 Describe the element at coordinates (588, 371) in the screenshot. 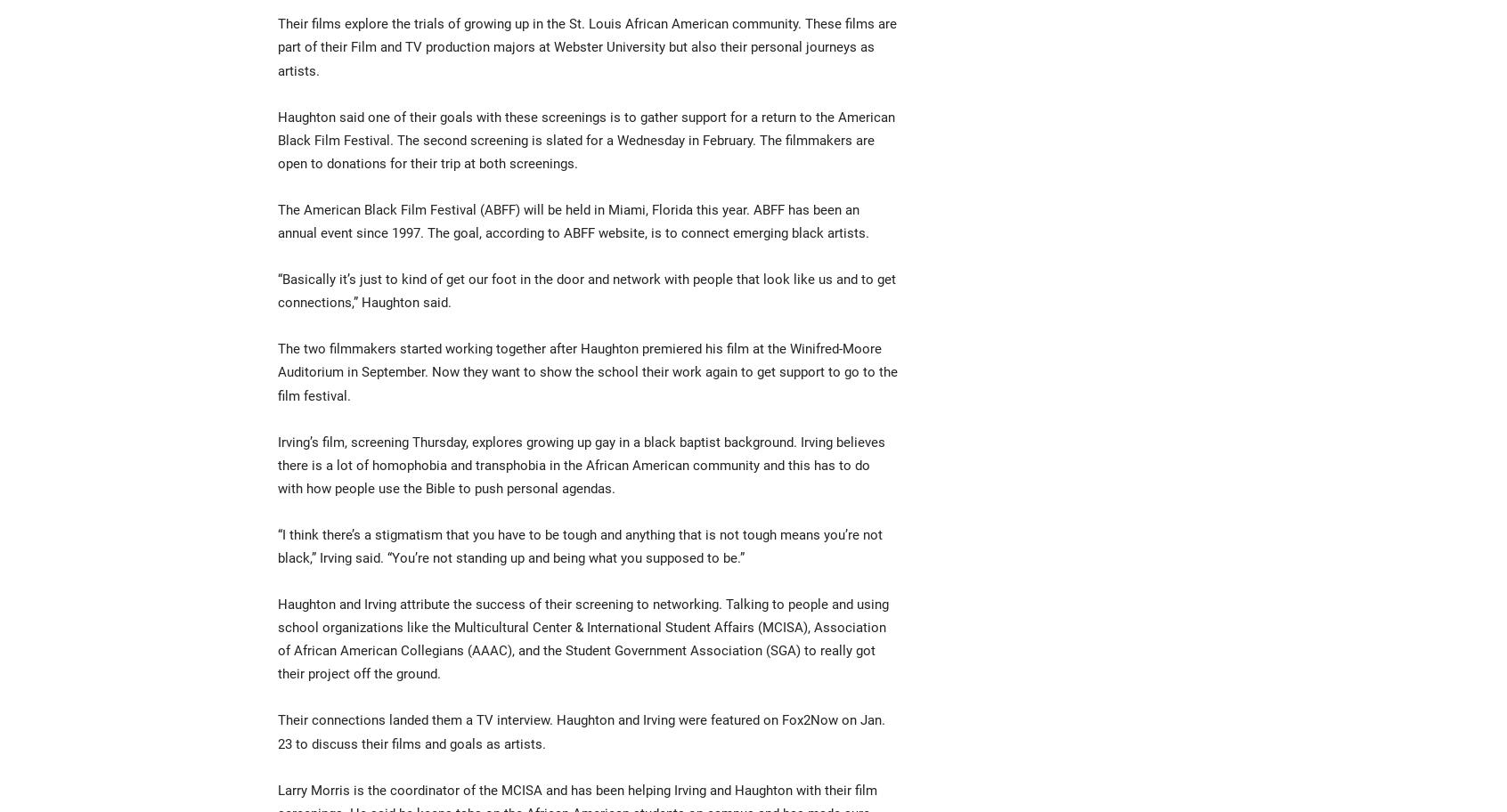

I see `'The two filmmakers started working together after Haughton premiered his film at the Winifred-Moore Auditorium in September. Now they want to show the school their work again to get support to go to the film festival.'` at that location.